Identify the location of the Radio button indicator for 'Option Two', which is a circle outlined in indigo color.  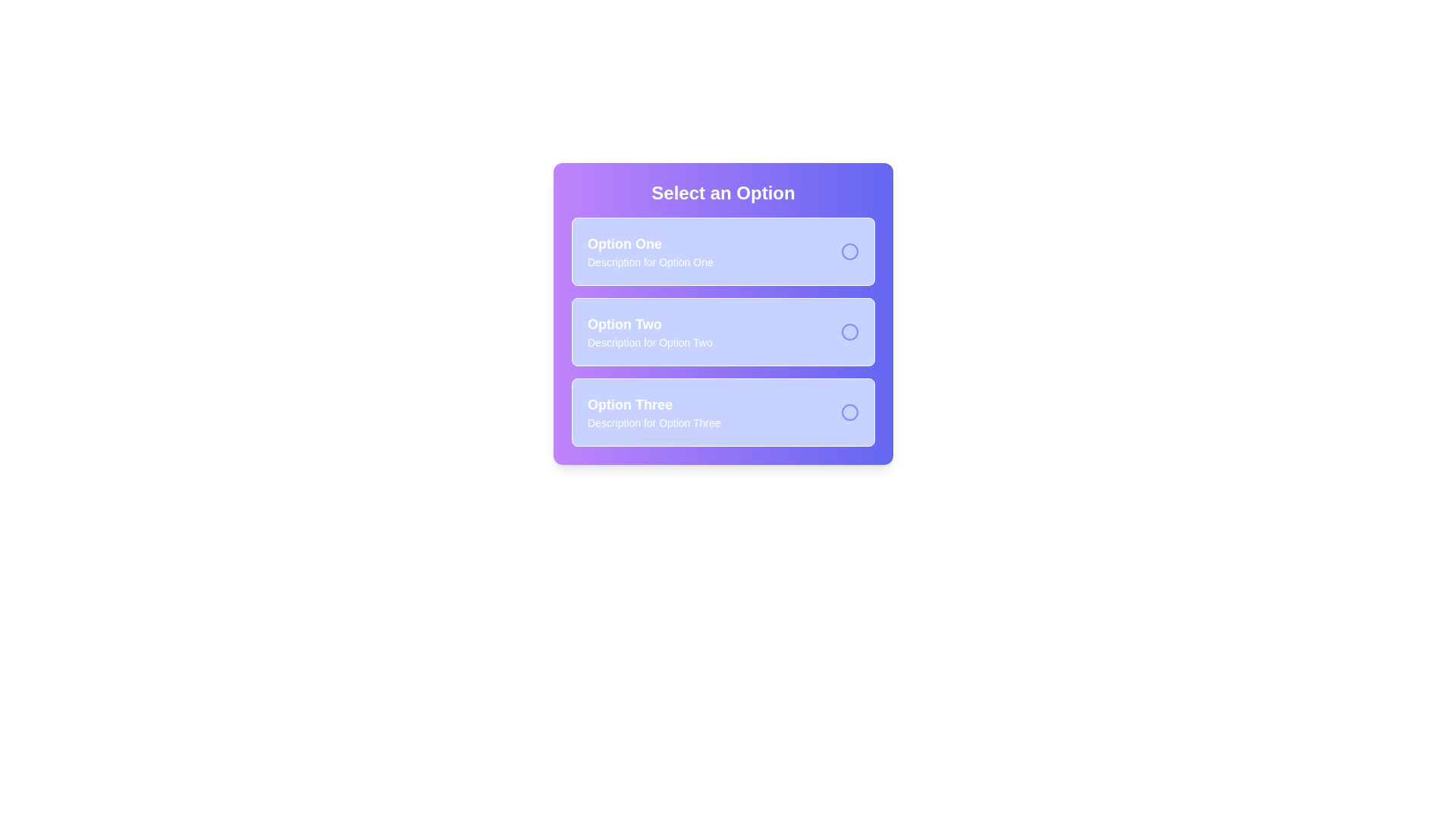
(850, 331).